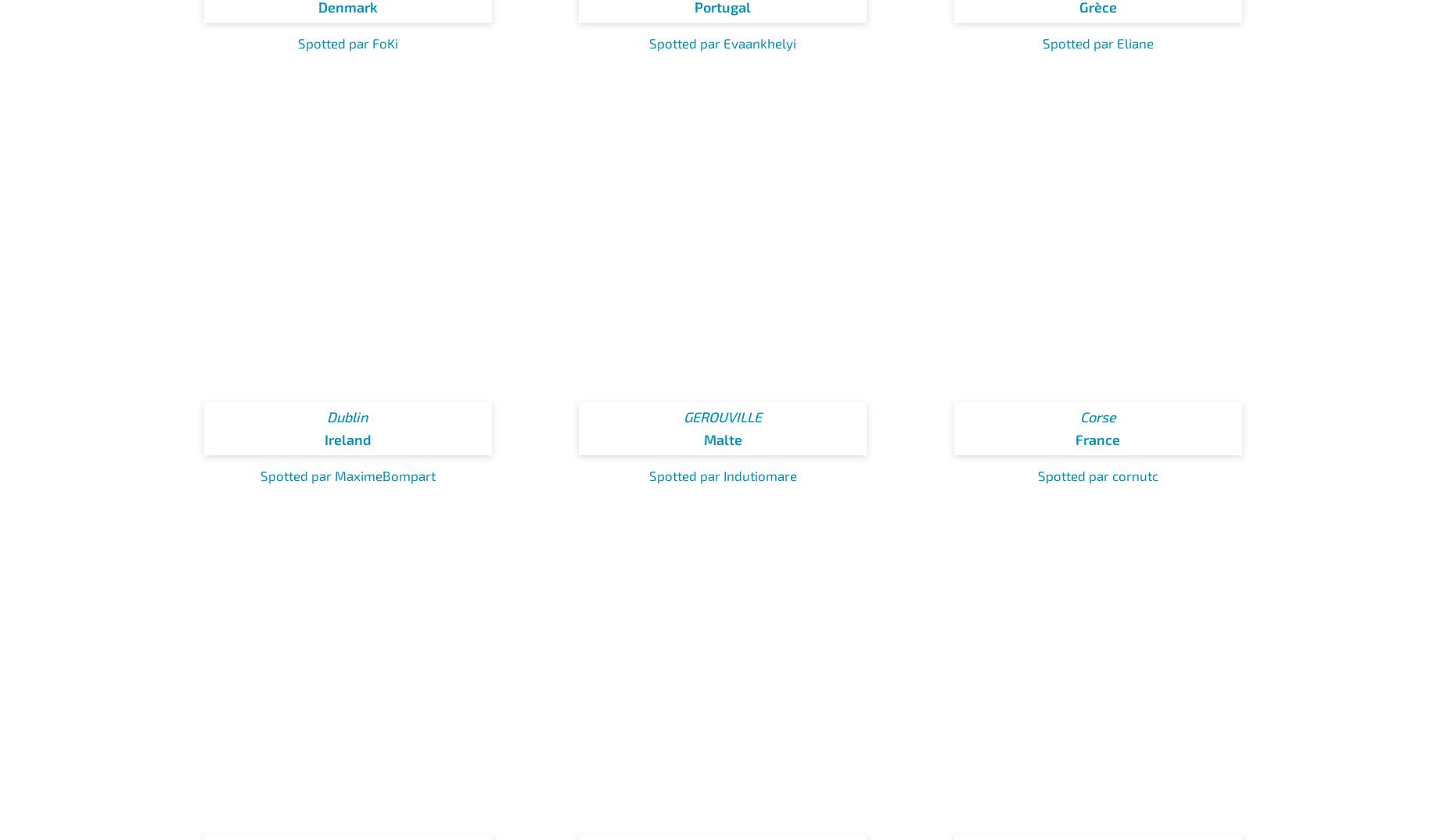 The height and width of the screenshot is (840, 1447). What do you see at coordinates (1097, 439) in the screenshot?
I see `'France'` at bounding box center [1097, 439].